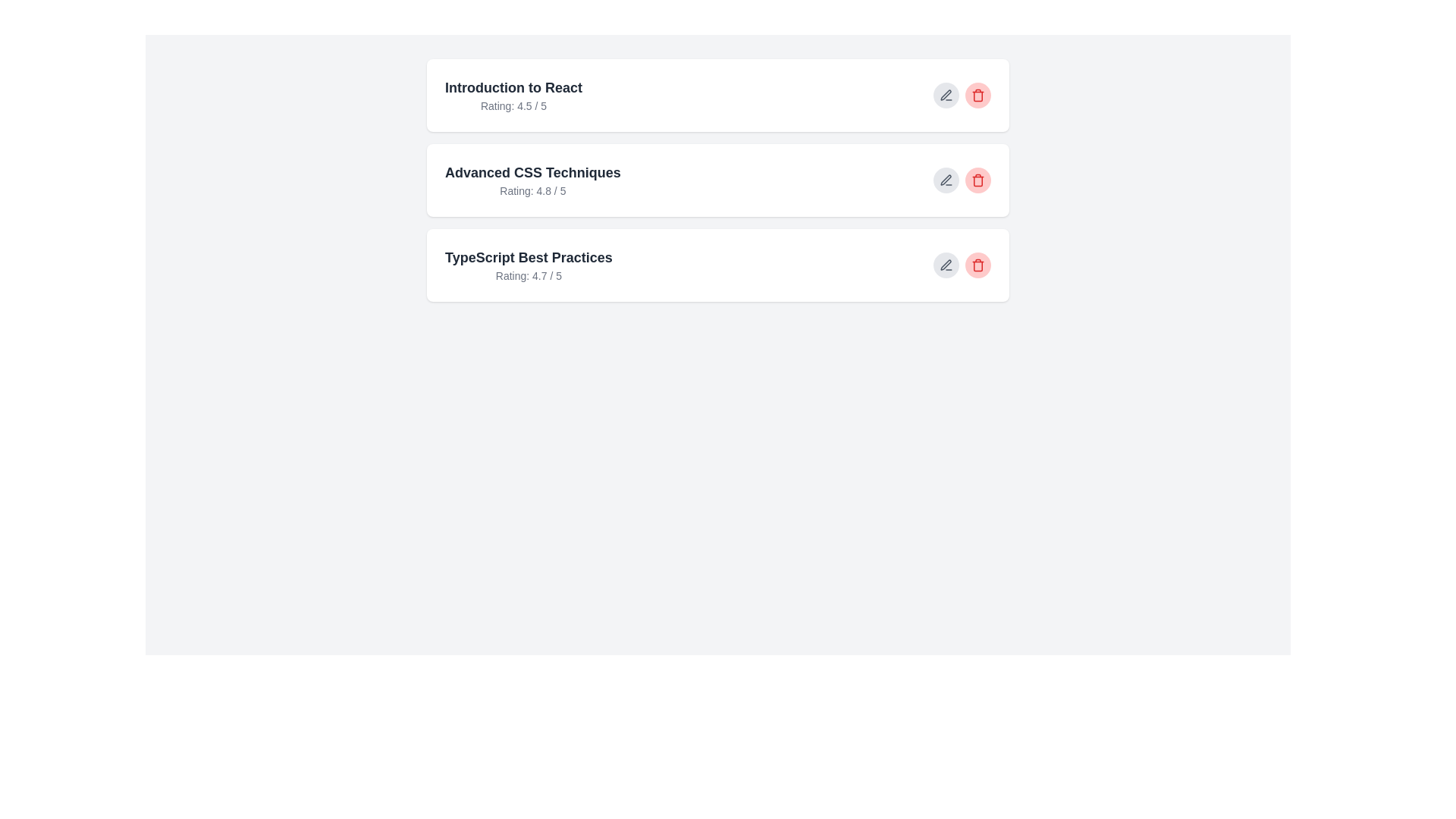  Describe the element at coordinates (978, 265) in the screenshot. I see `the trash bin icon button located at the far right of the course information row` at that location.